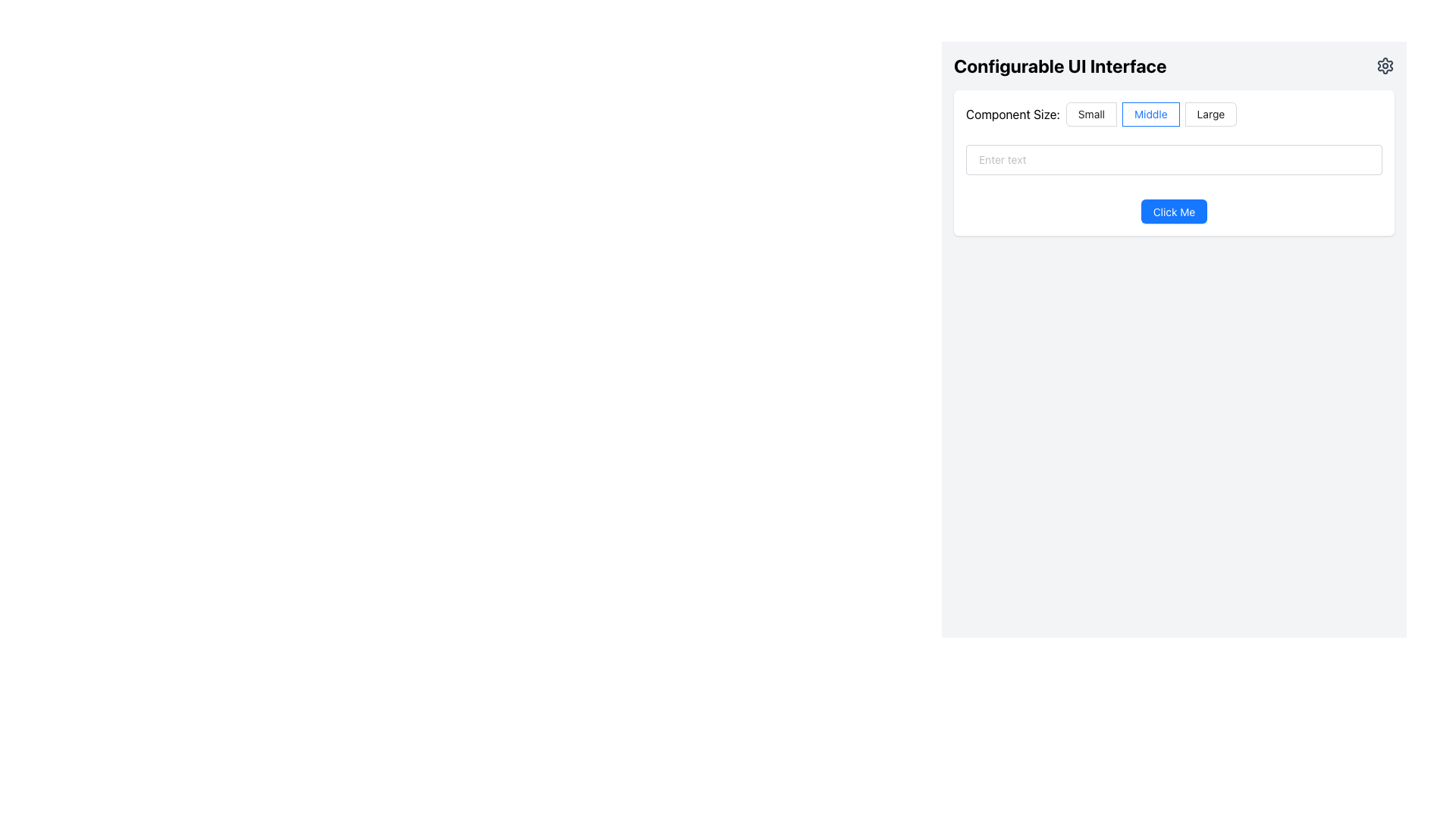 This screenshot has height=819, width=1456. What do you see at coordinates (1150, 113) in the screenshot?
I see `to select the 'Middle' radio button option, which is the second option in the group of three radio buttons labeled 'Small', 'Middle', and 'Large' located beneath the 'Component Size:' heading` at bounding box center [1150, 113].